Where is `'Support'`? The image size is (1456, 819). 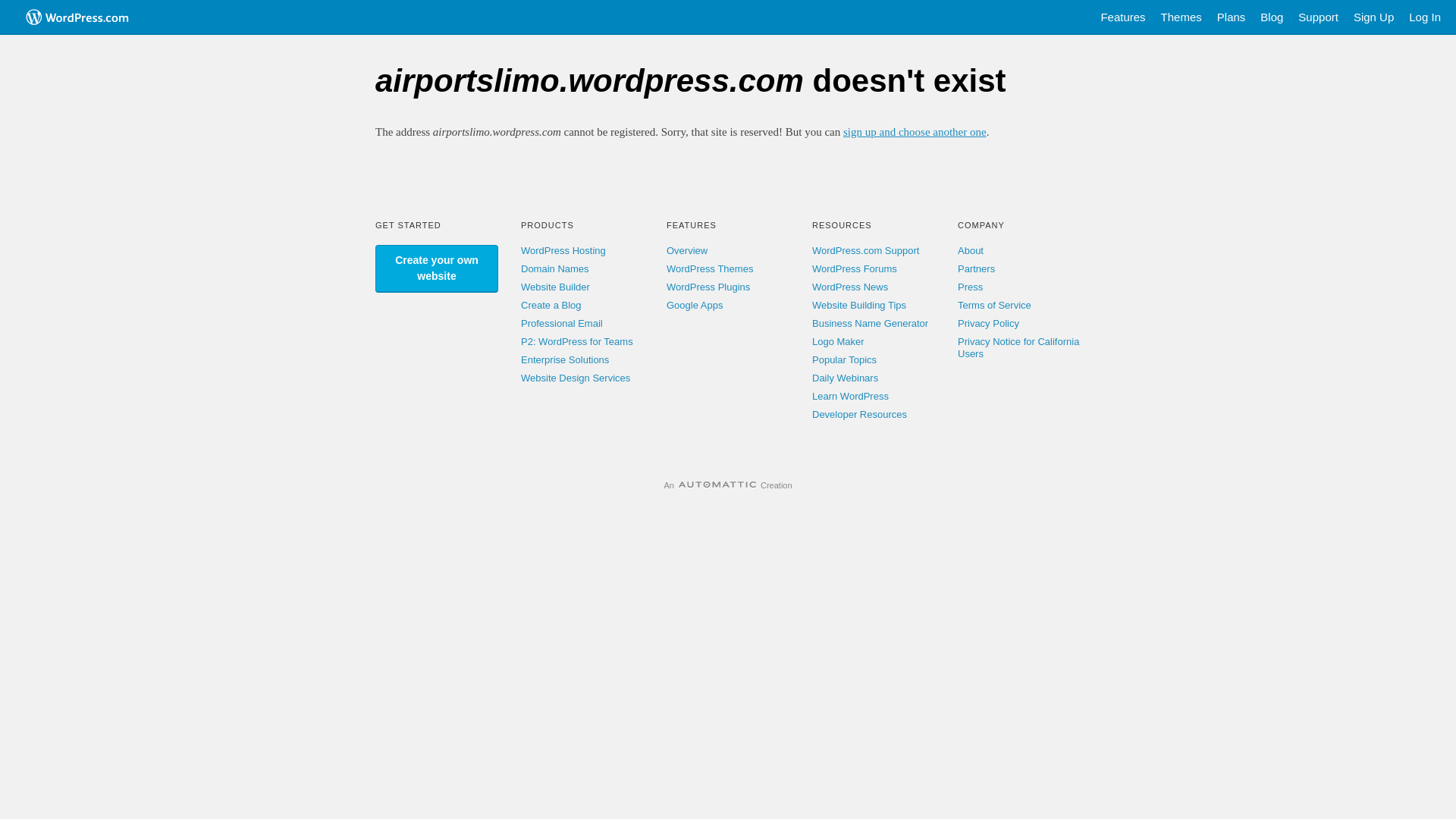
'Support' is located at coordinates (1317, 17).